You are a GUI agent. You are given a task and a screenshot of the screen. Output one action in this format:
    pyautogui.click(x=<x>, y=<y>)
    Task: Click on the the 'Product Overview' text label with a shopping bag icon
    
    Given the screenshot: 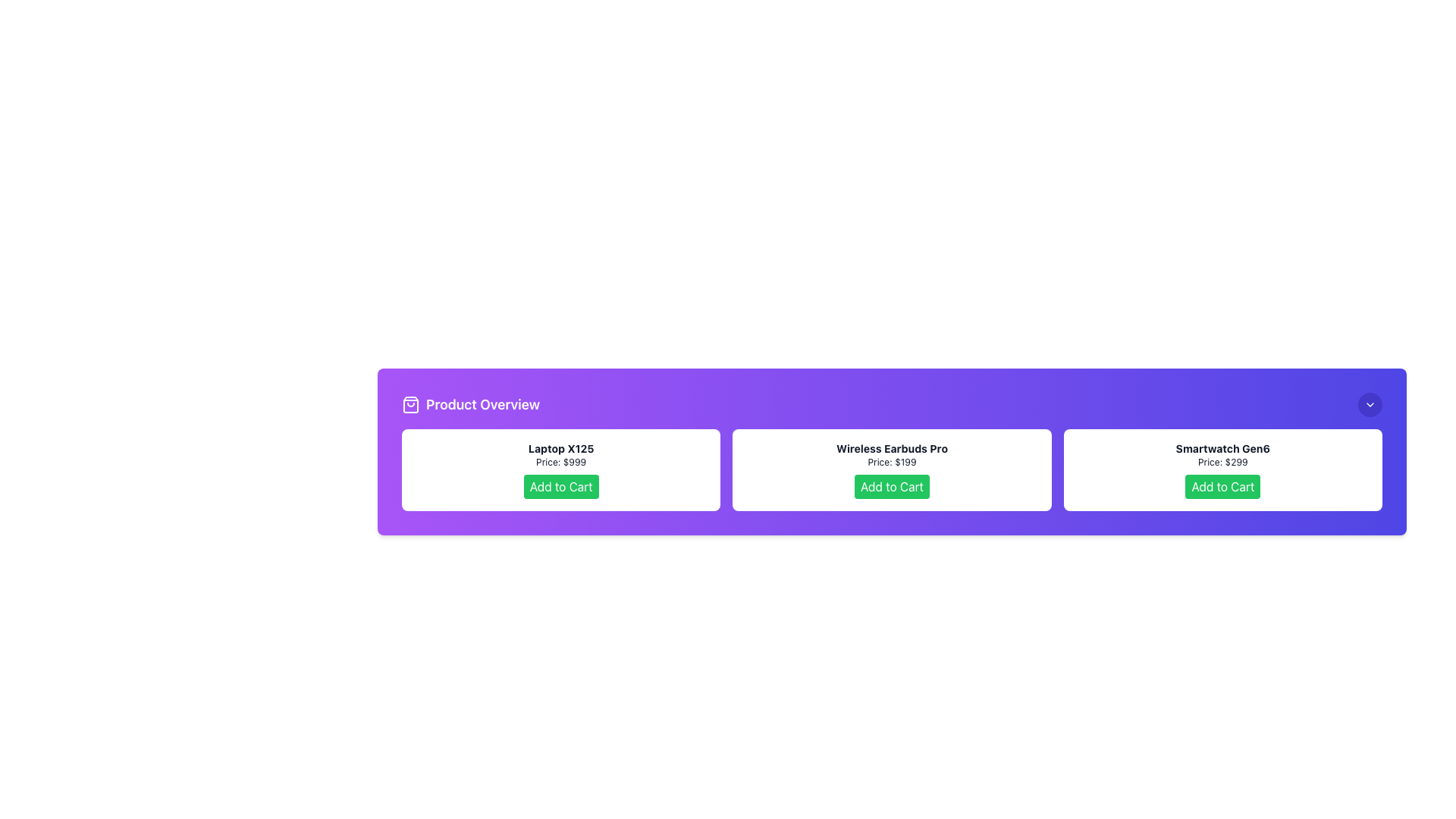 What is the action you would take?
    pyautogui.click(x=470, y=403)
    